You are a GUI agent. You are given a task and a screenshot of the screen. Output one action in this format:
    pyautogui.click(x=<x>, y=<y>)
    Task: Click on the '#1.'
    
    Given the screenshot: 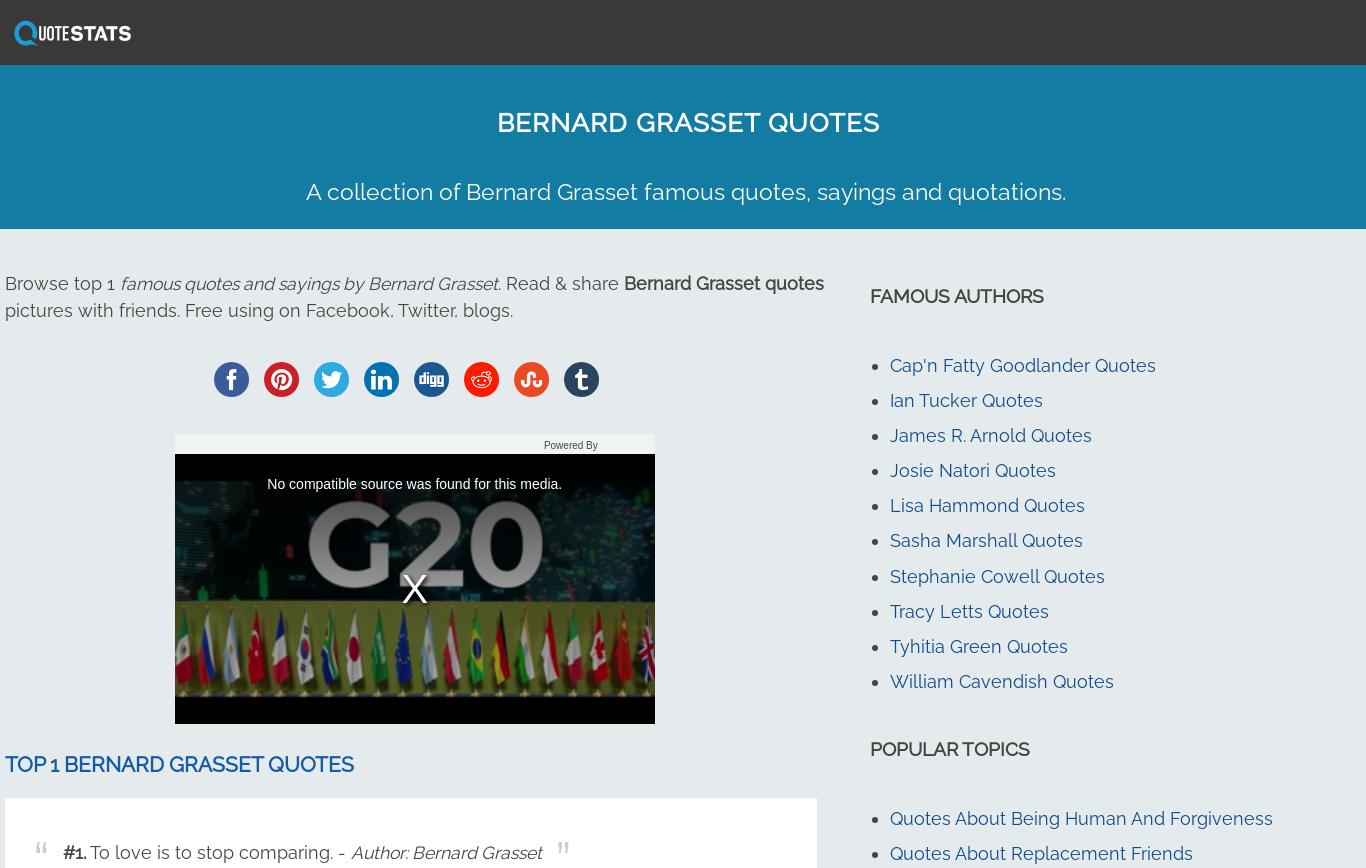 What is the action you would take?
    pyautogui.click(x=74, y=852)
    